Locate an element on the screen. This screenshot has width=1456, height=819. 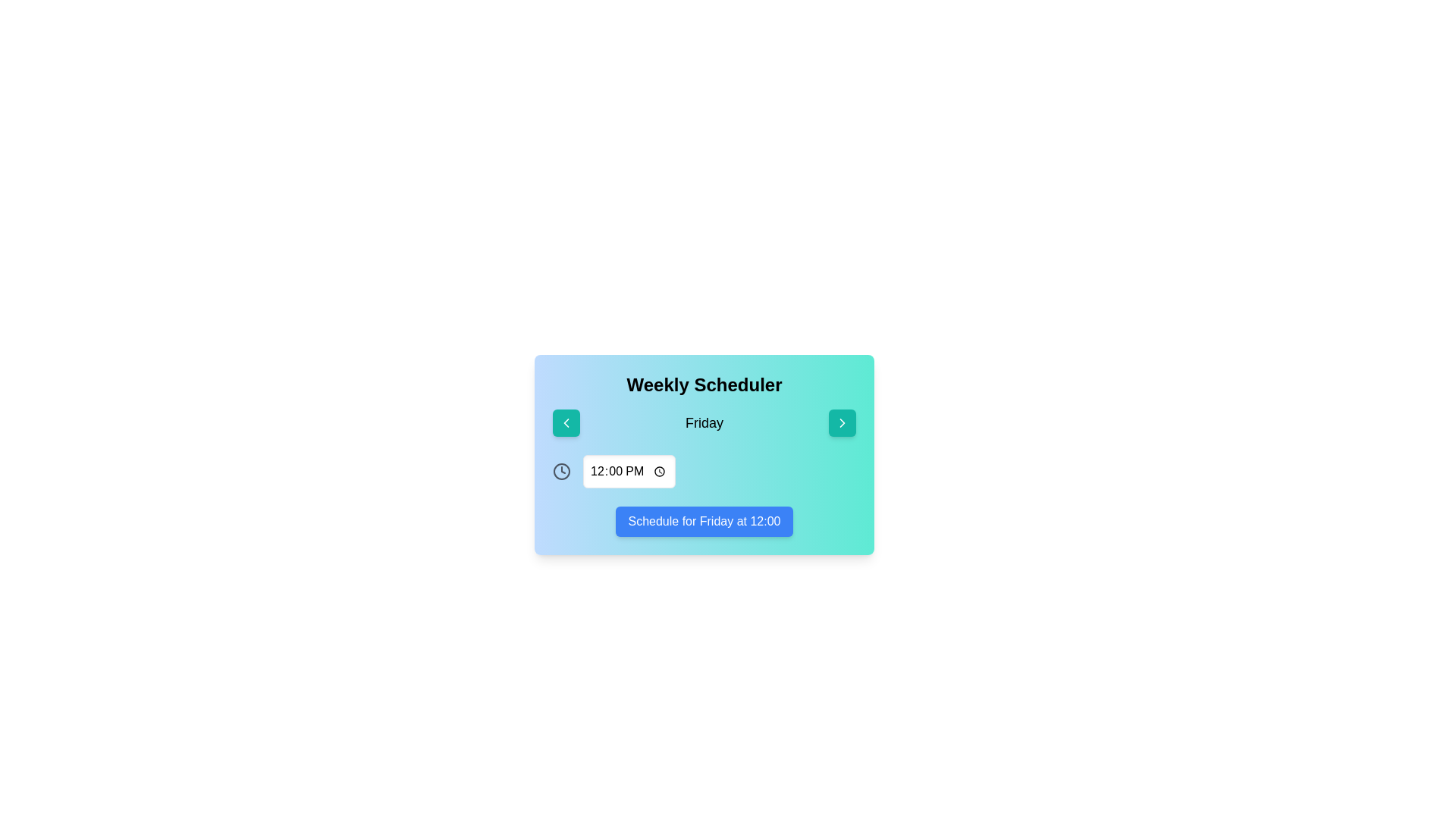
the navigation icon located in the teal-colored square at the top-left of the scheduler card is located at coordinates (566, 423).